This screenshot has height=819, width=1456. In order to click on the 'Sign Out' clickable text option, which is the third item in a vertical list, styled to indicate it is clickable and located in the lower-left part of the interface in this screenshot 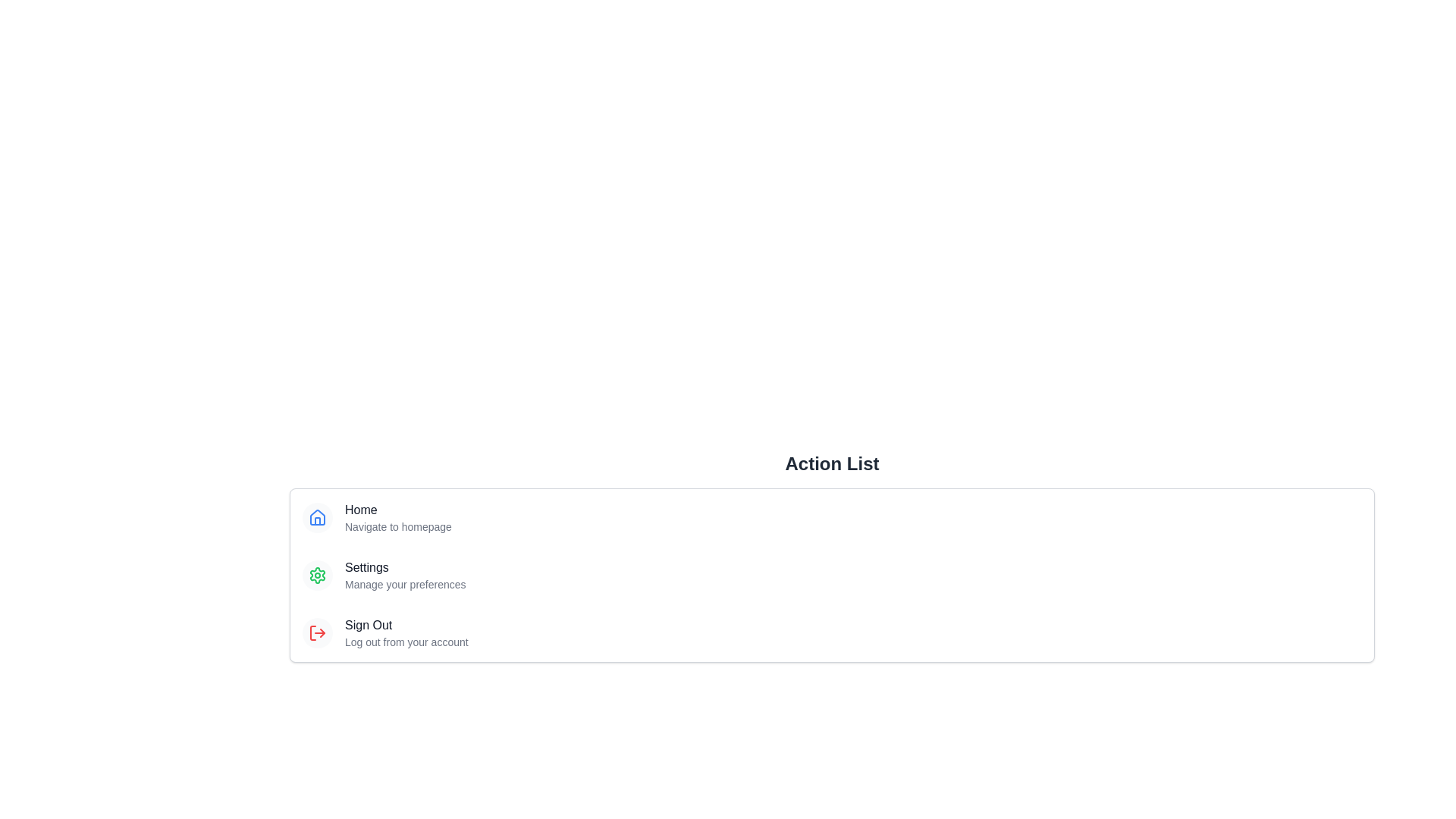, I will do `click(406, 632)`.